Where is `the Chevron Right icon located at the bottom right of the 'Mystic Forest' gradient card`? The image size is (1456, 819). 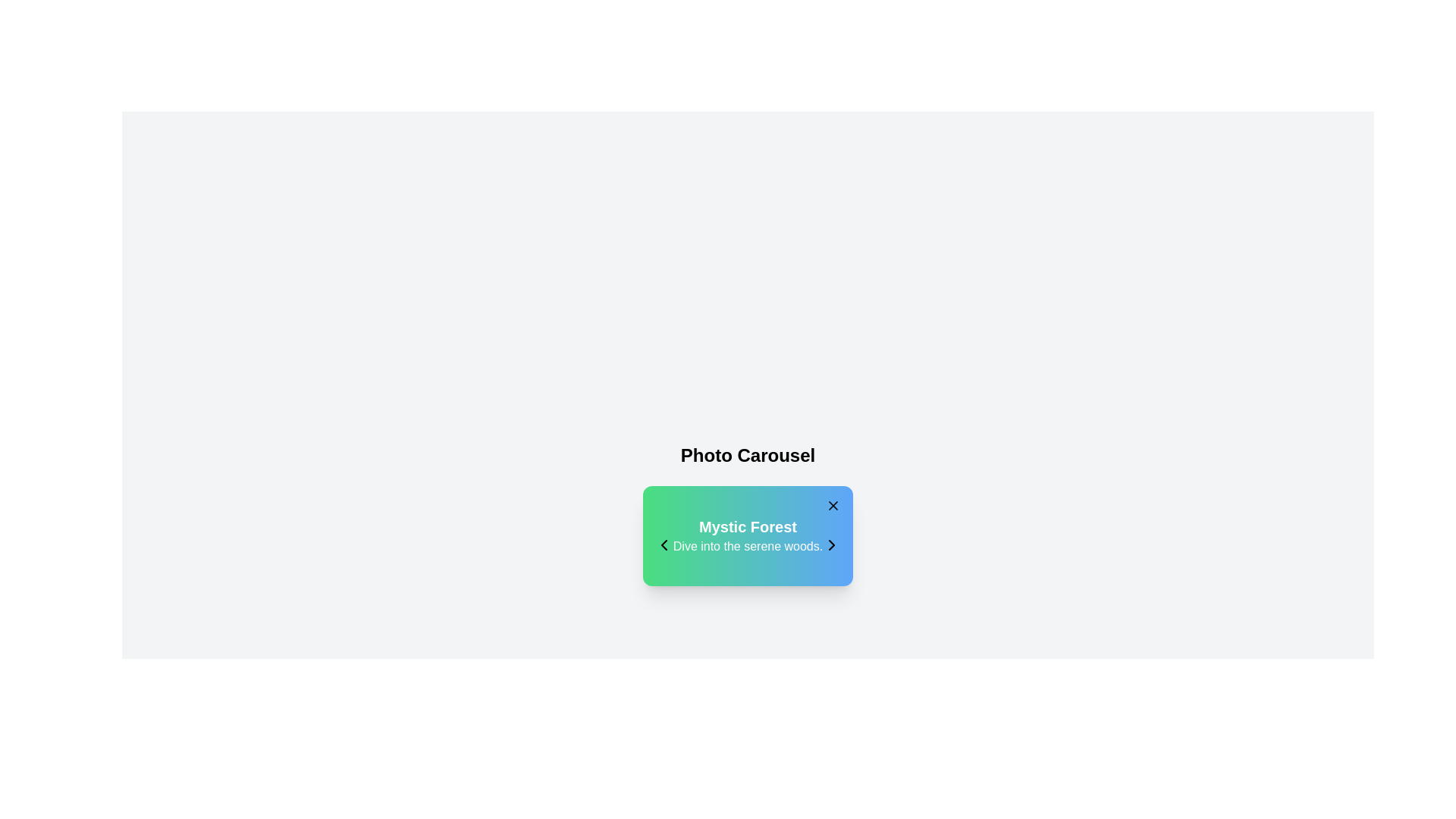
the Chevron Right icon located at the bottom right of the 'Mystic Forest' gradient card is located at coordinates (831, 544).